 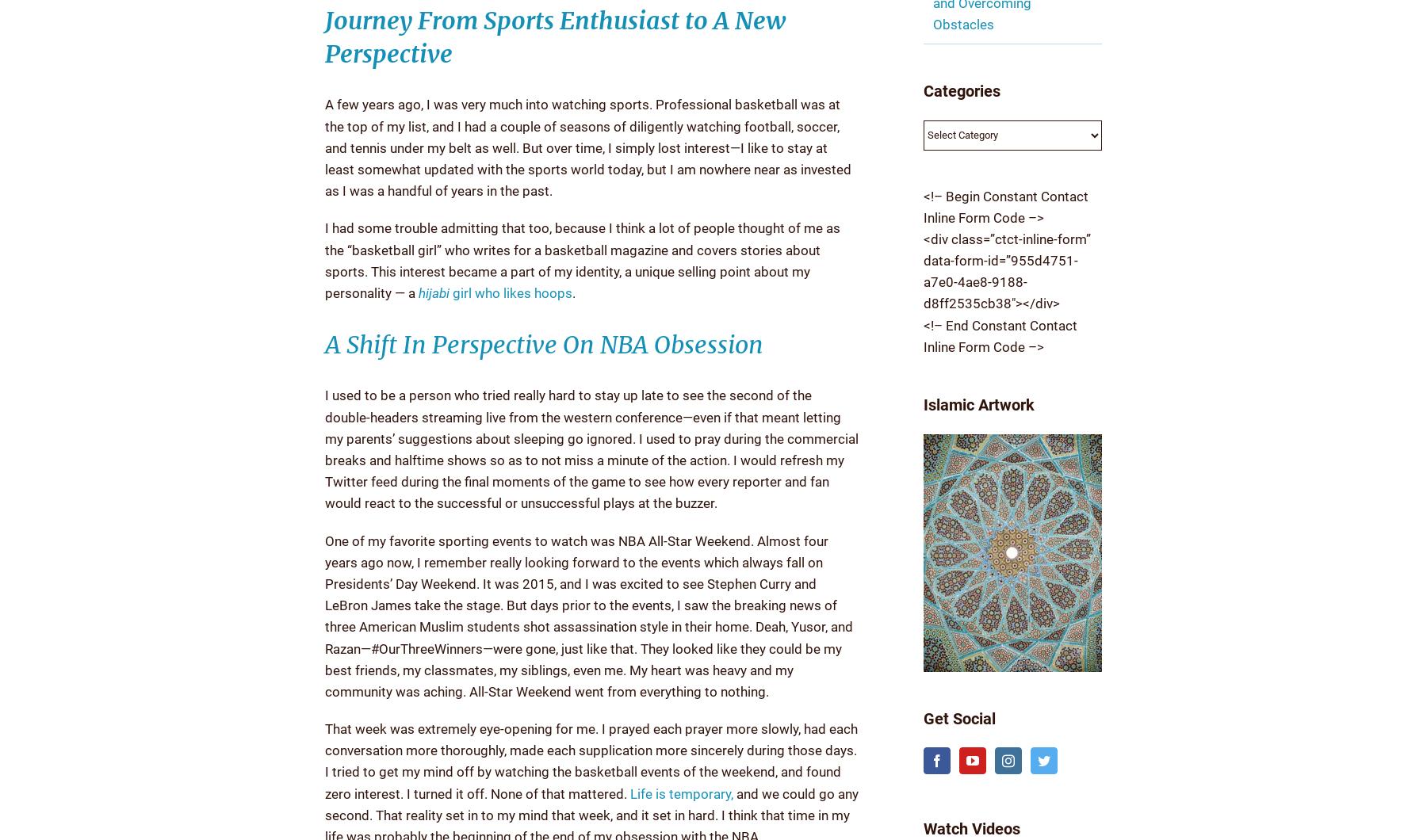 What do you see at coordinates (588, 614) in the screenshot?
I see `'One of my favorite sporting events to watch was NBA All-Star Weekend. Almost four years ago now, I remember really looking forward to the events which always fall on Presidents’ Day Weekend. It was 2015, and I was excited to see Stephen Curry and LeBron James take the stage. But days prior to the events, I saw the breaking news of three American Muslim students shot assassination style in their home. Deah, Yusor, and Razan—#OurThreeWinners—were gone, just like that. They looked like they could be my best friends, my classmates, my siblings, even me. My heart was heavy and my community was aching. All-Star Weekend went from everything to nothing.'` at bounding box center [588, 614].